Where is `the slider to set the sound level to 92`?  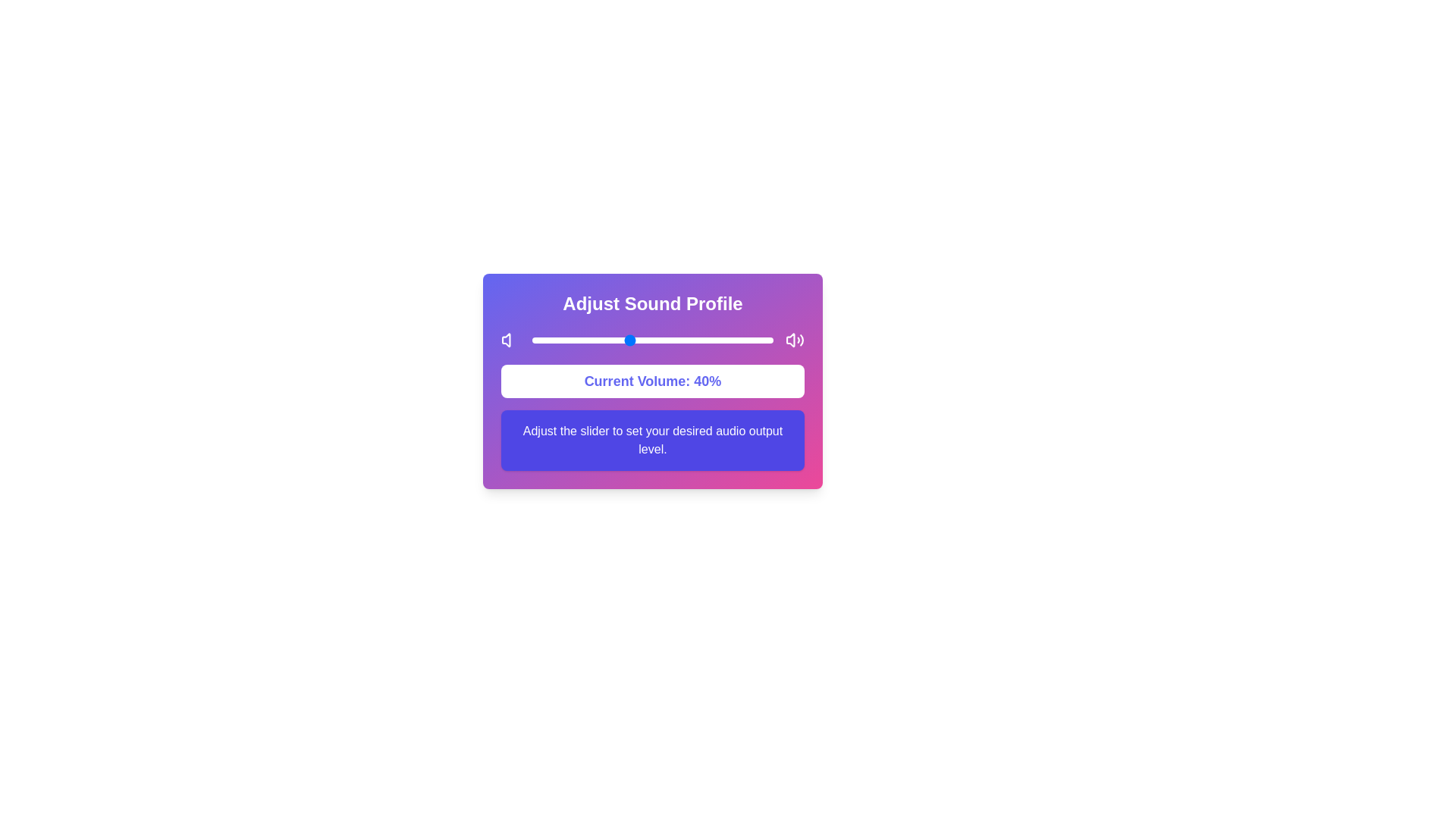 the slider to set the sound level to 92 is located at coordinates (754, 339).